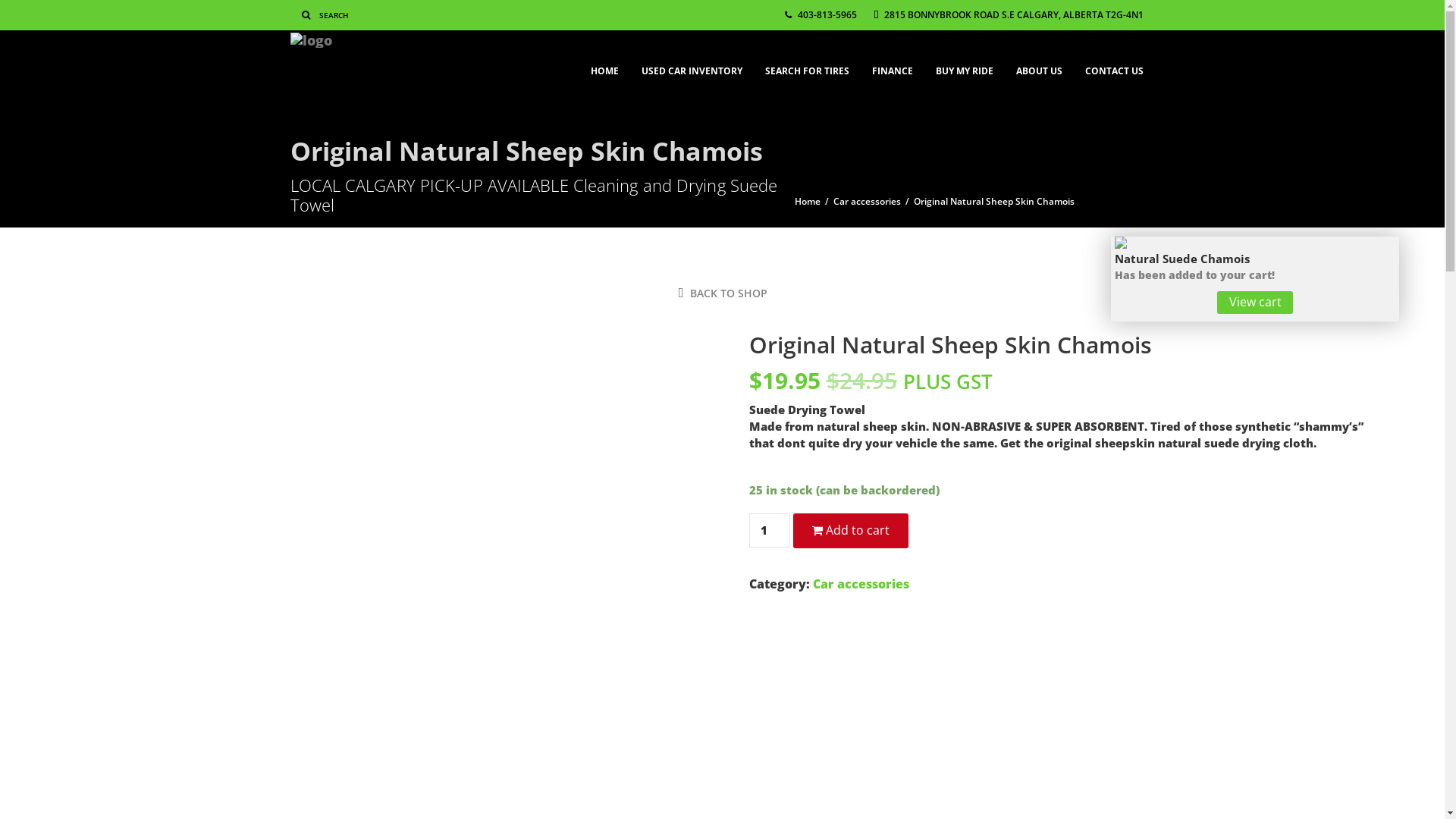 The height and width of the screenshot is (819, 1456). Describe the element at coordinates (676, 293) in the screenshot. I see `'BACK TO SHOP'` at that location.